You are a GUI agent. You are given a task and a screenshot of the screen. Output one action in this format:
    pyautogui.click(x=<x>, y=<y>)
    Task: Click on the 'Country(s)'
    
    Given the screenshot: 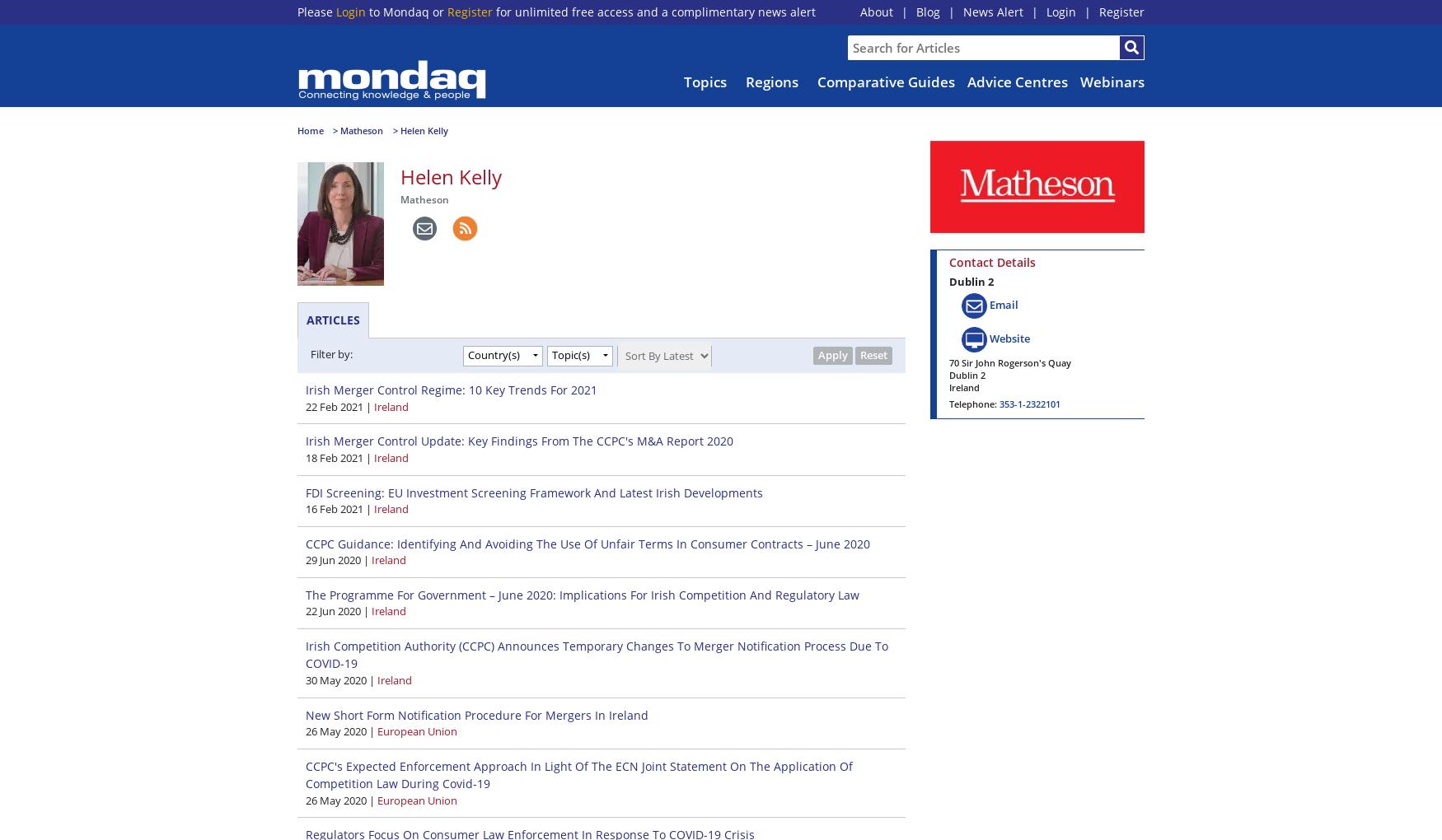 What is the action you would take?
    pyautogui.click(x=494, y=353)
    